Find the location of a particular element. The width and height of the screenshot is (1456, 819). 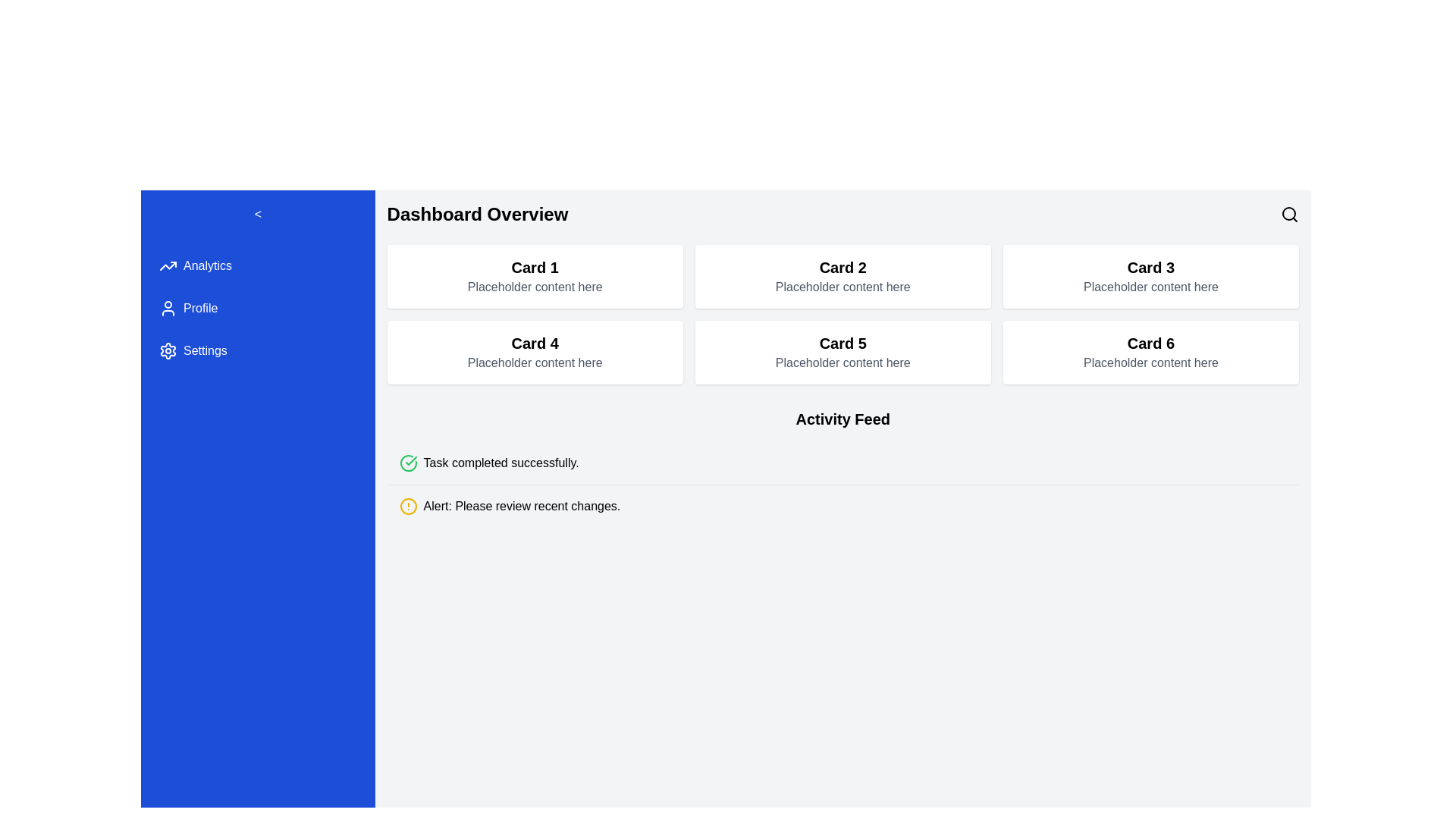

the back navigation icon button located at the top of the blue vertical navigation bar on the left side of the interface is located at coordinates (258, 214).